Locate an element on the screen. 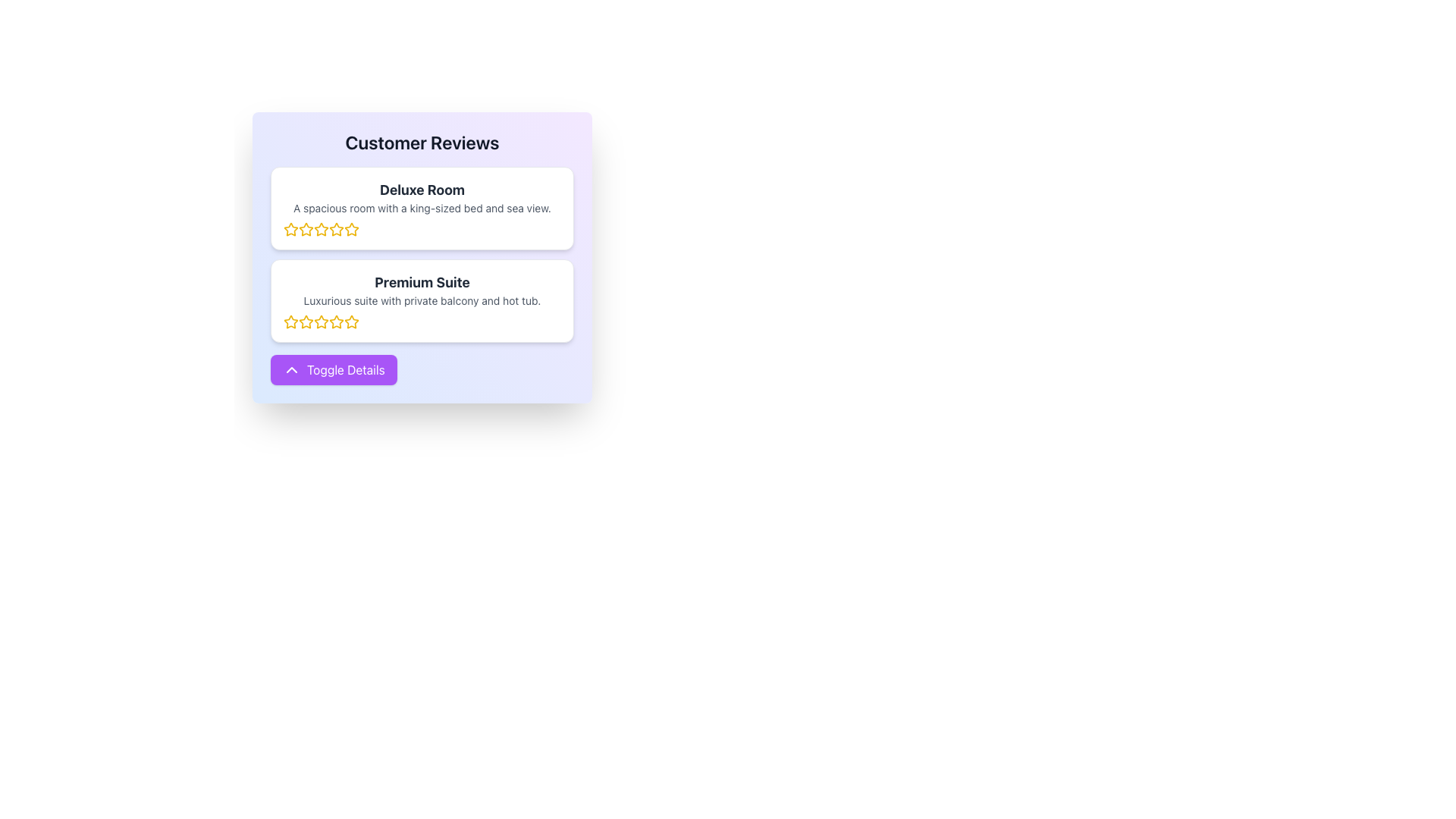  the third yellow star icon in the first rating row to interact with it is located at coordinates (336, 229).